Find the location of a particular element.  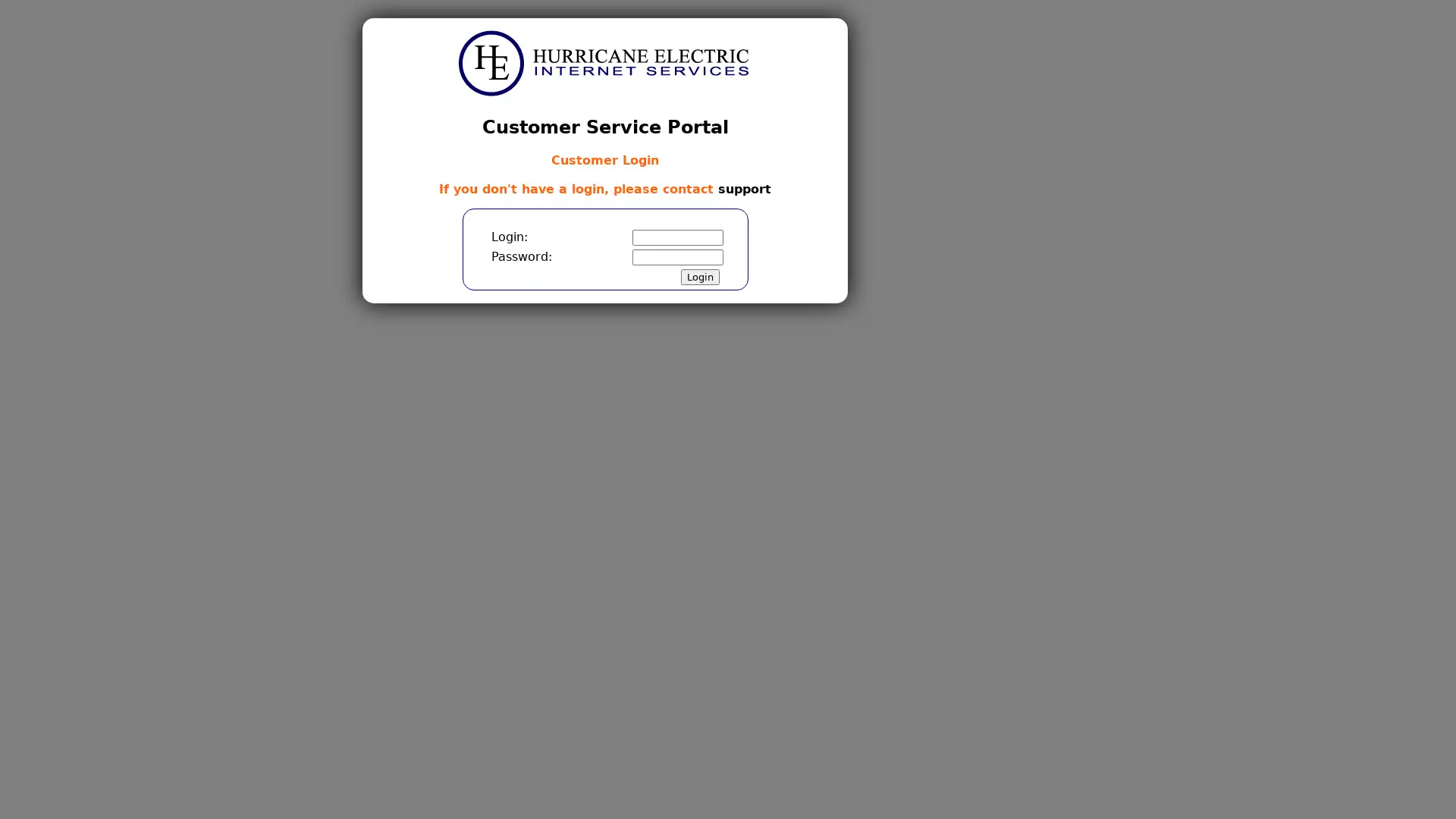

Login is located at coordinates (698, 277).